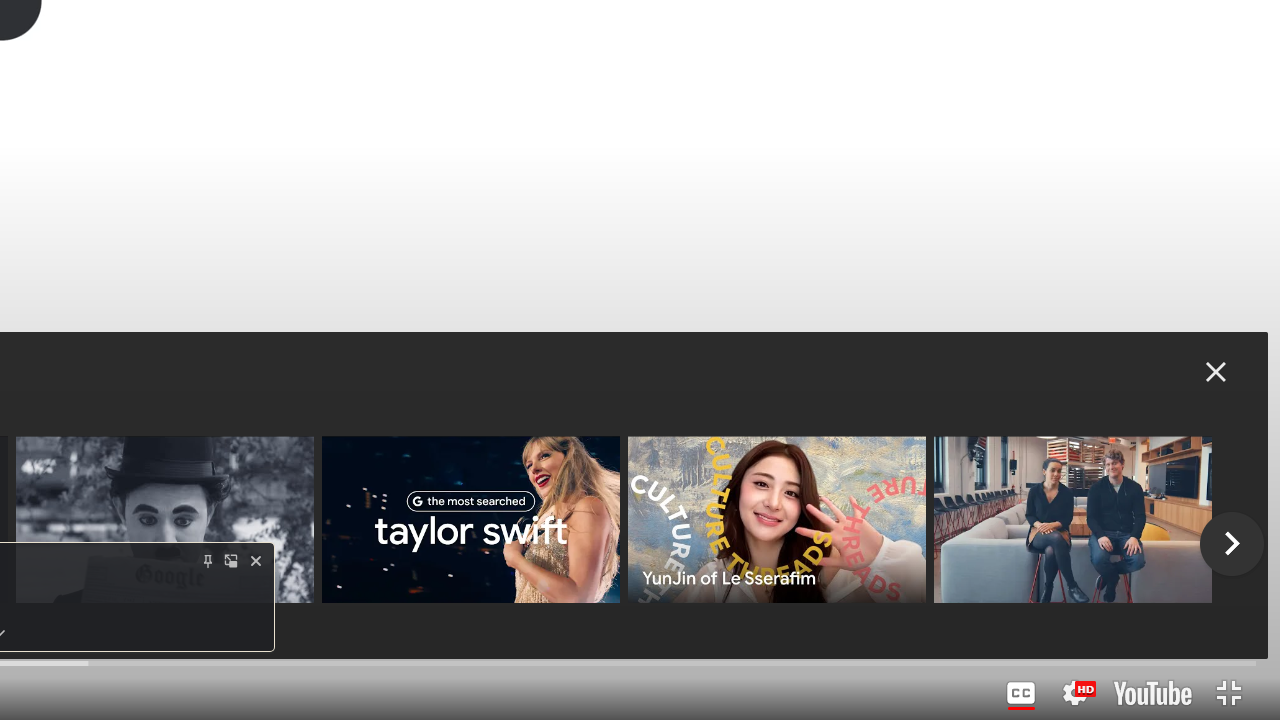 This screenshot has width=1280, height=720. I want to click on 'Watch on YouTube', so click(1152, 692).